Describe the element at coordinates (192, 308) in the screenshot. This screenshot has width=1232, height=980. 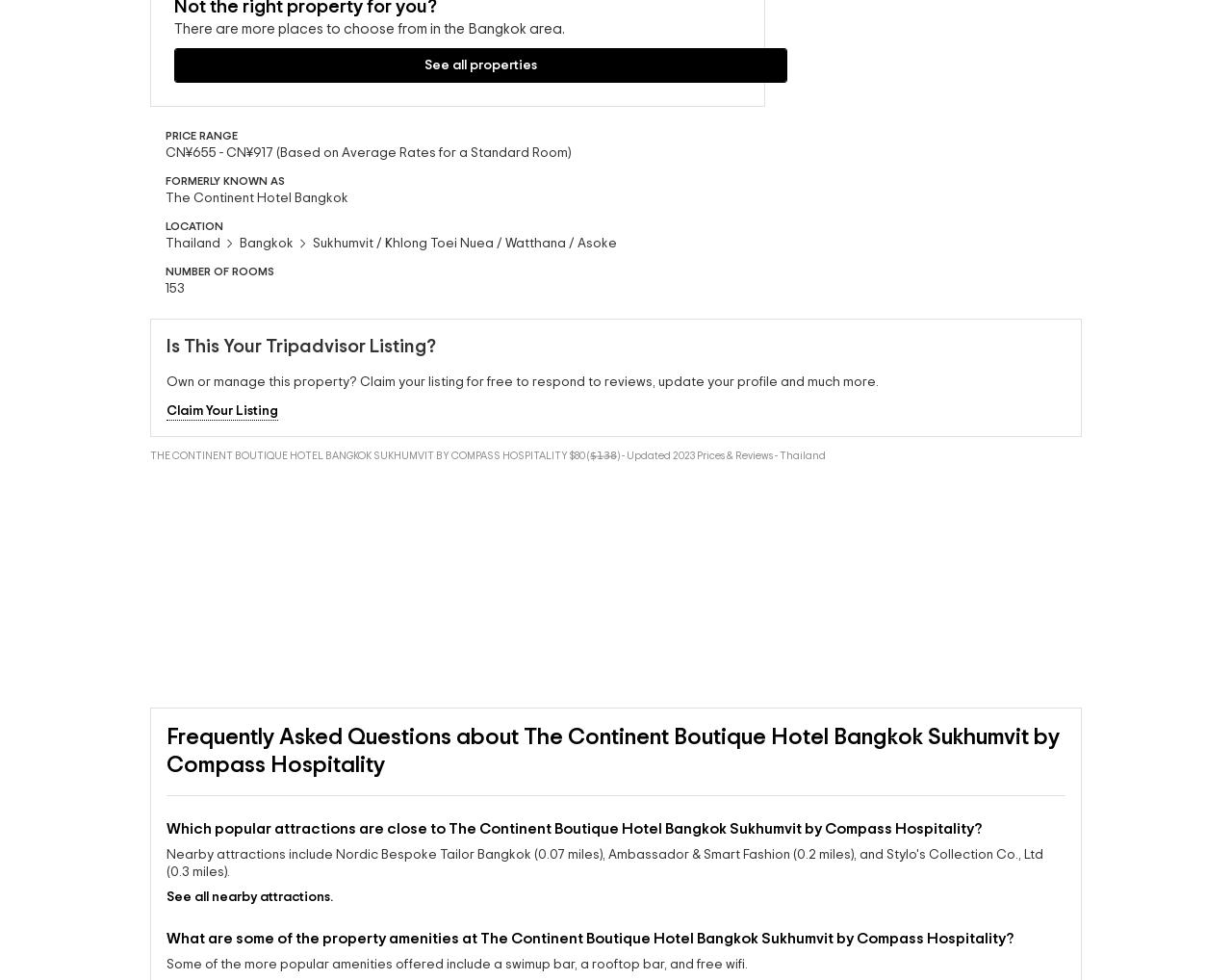
I see `'Thailand'` at that location.